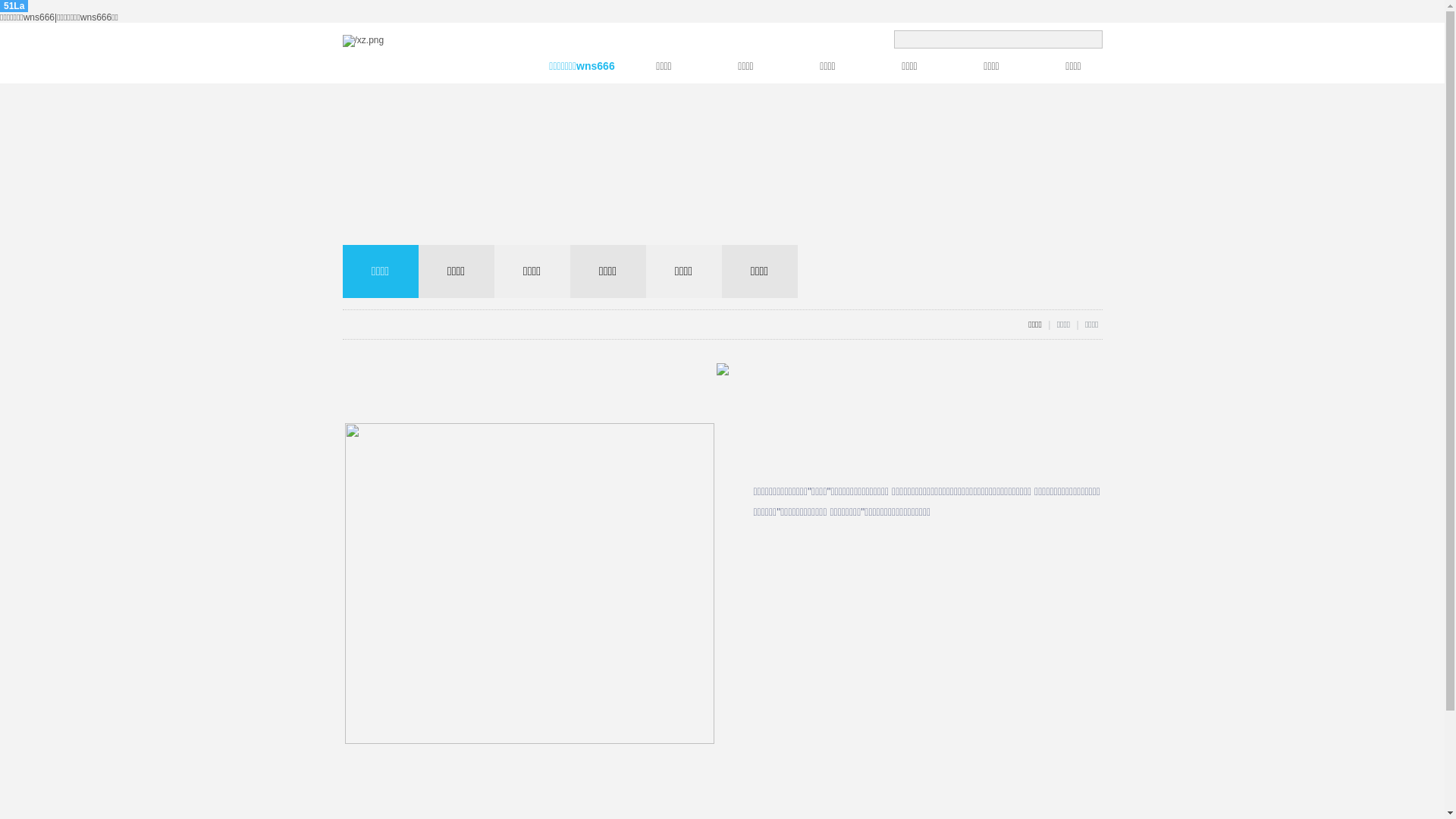 This screenshot has height=819, width=1456. I want to click on '51La', so click(14, 5).